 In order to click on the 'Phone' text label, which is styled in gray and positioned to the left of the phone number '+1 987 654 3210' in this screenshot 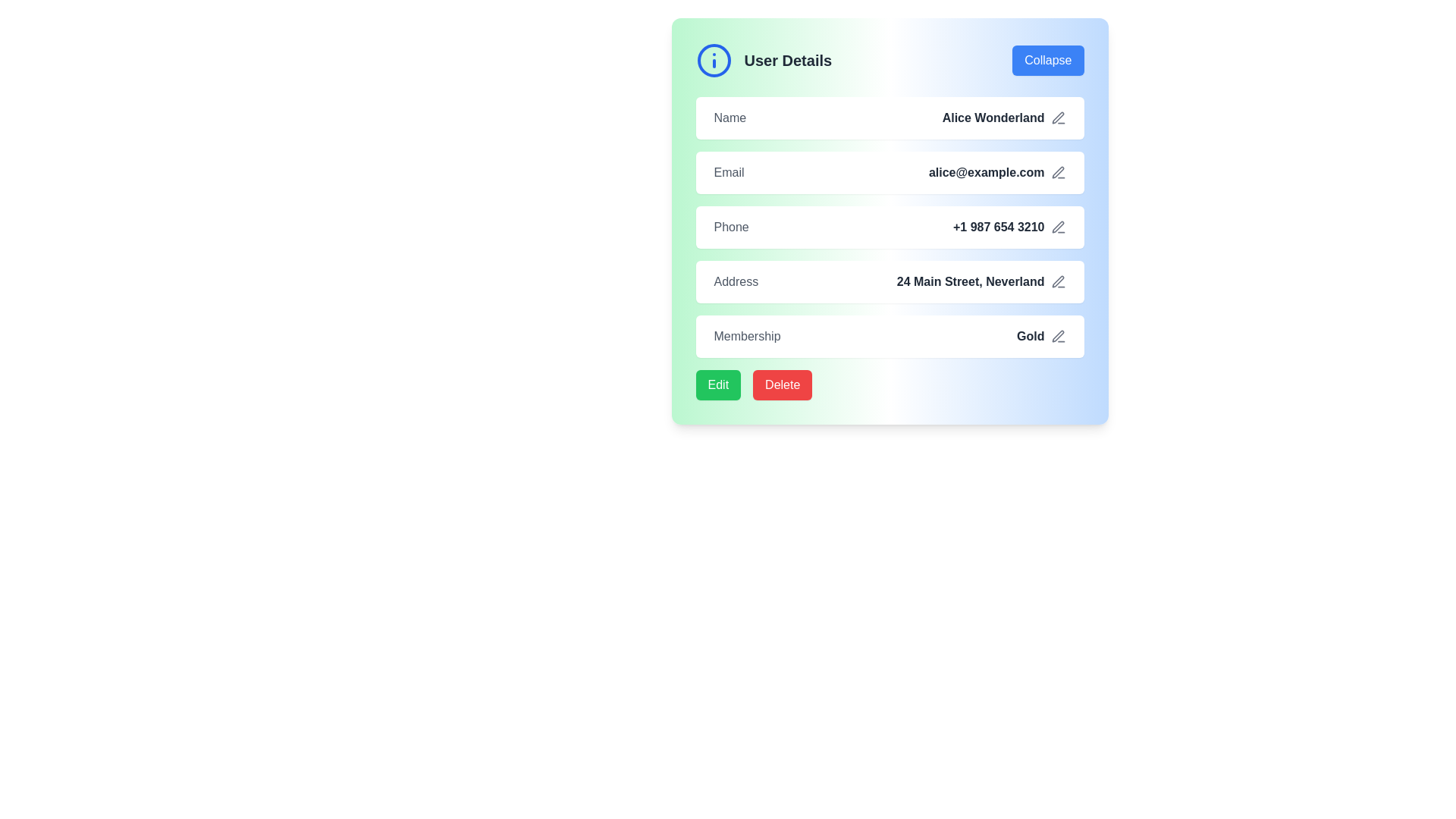, I will do `click(731, 227)`.